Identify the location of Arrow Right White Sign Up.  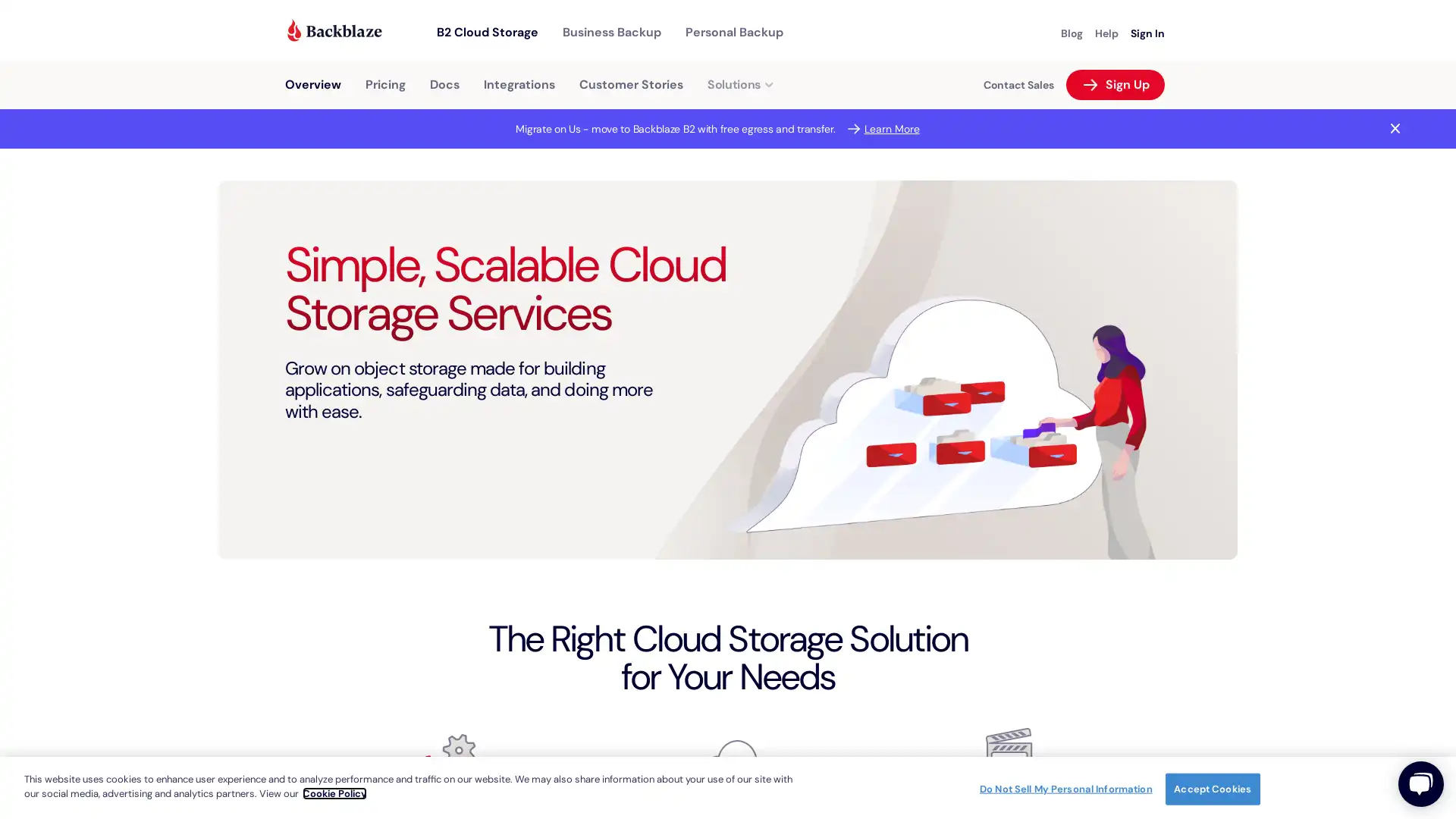
(1115, 84).